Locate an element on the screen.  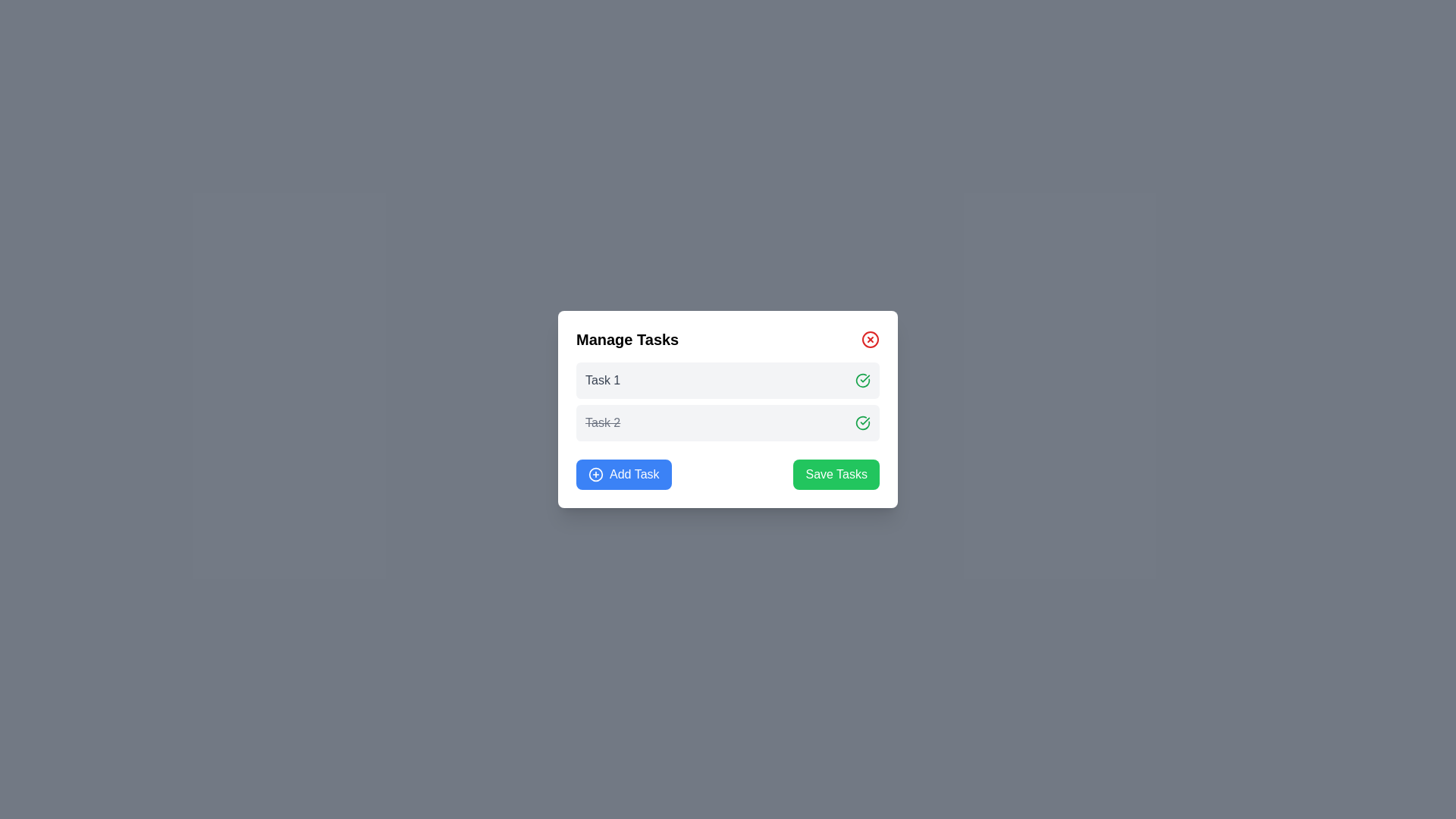
the Text header in the modal dialog that indicates task management is located at coordinates (627, 338).